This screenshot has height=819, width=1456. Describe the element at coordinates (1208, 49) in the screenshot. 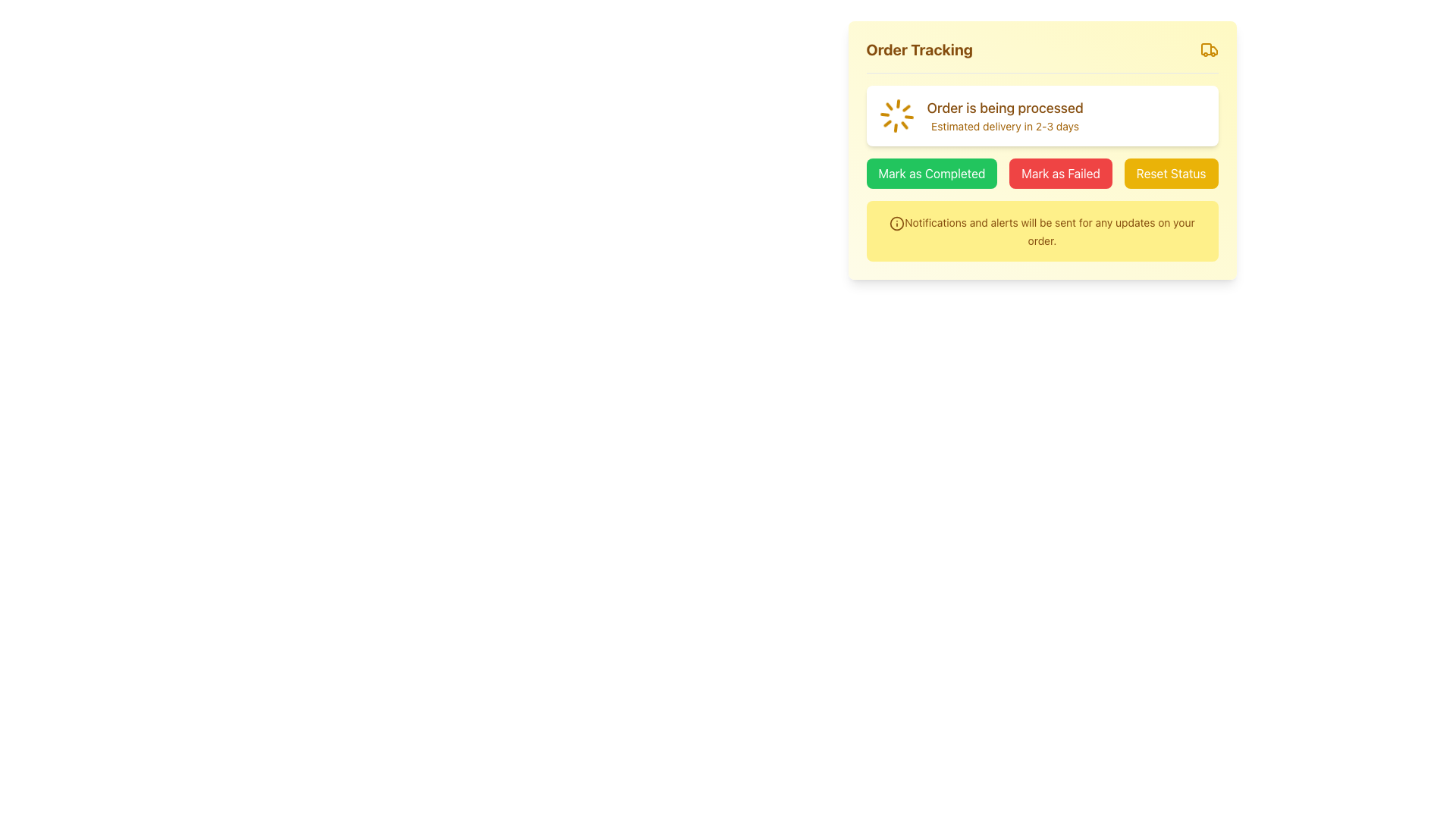

I see `the yellow-orange truck icon associated with the 'Order Tracking' label located in the top-right corner of the 'Order Tracking' section` at that location.